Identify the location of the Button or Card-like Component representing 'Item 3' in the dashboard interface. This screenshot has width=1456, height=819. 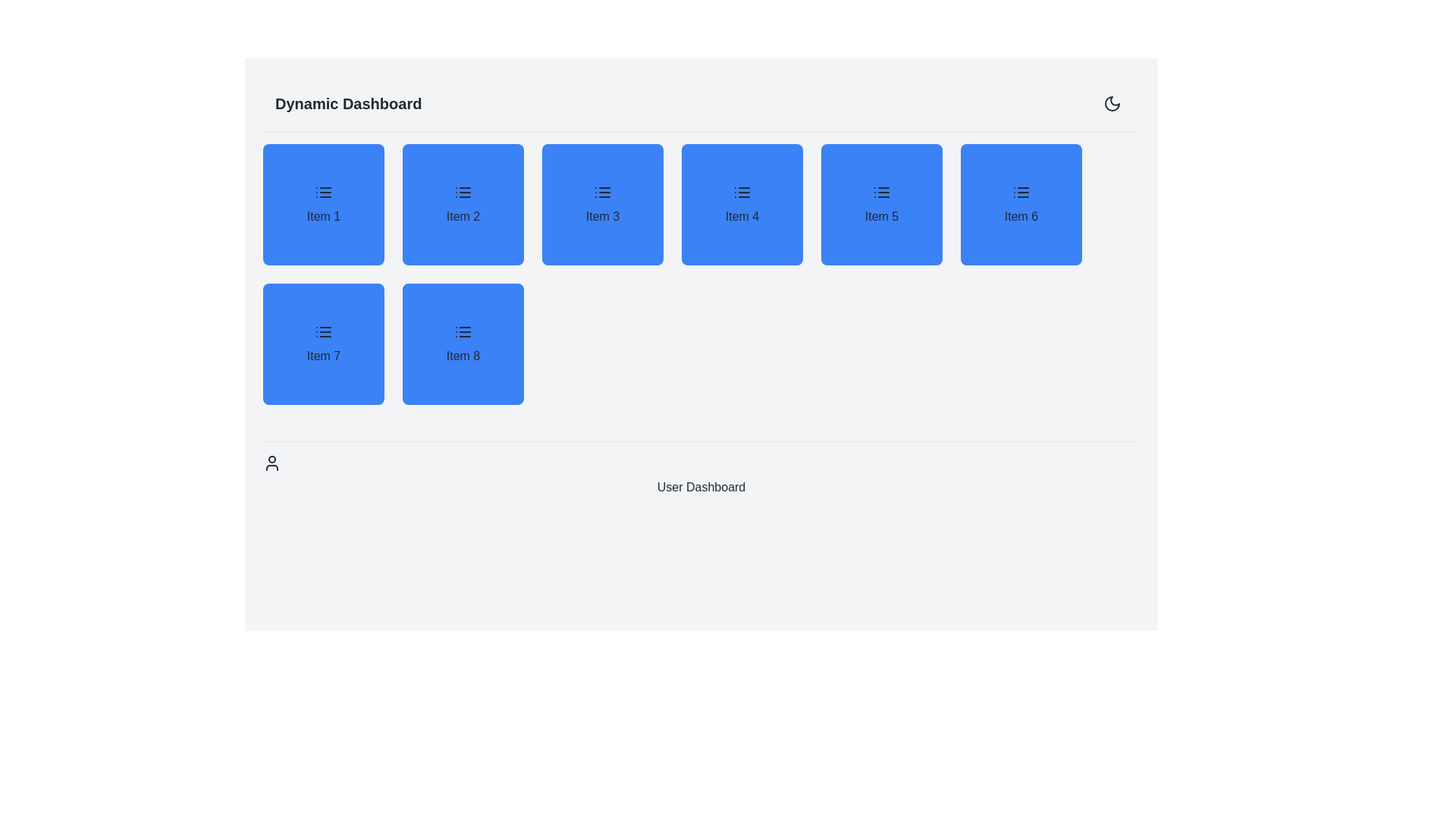
(602, 205).